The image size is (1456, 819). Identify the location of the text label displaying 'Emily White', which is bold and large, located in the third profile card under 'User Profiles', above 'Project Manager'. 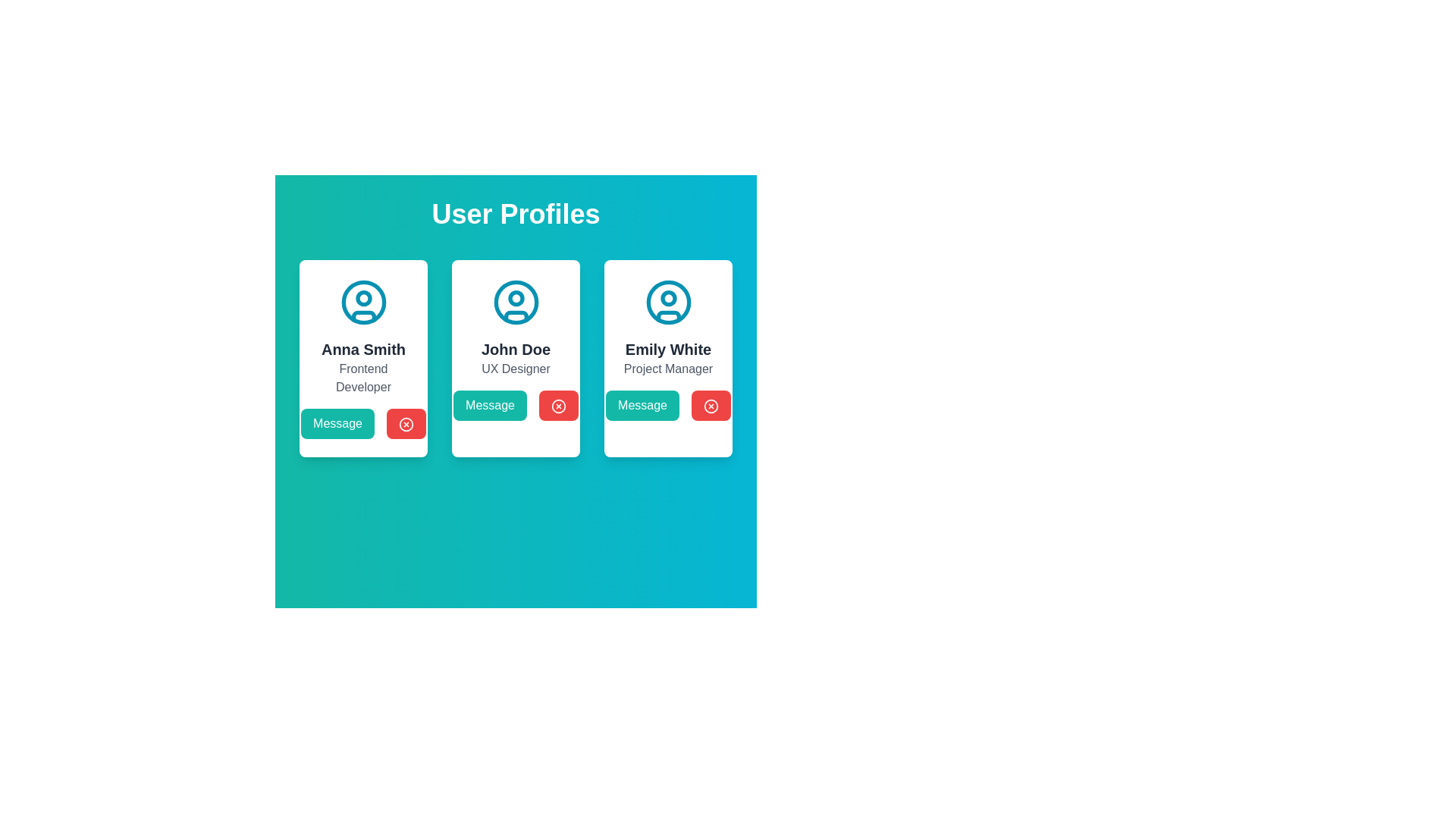
(667, 350).